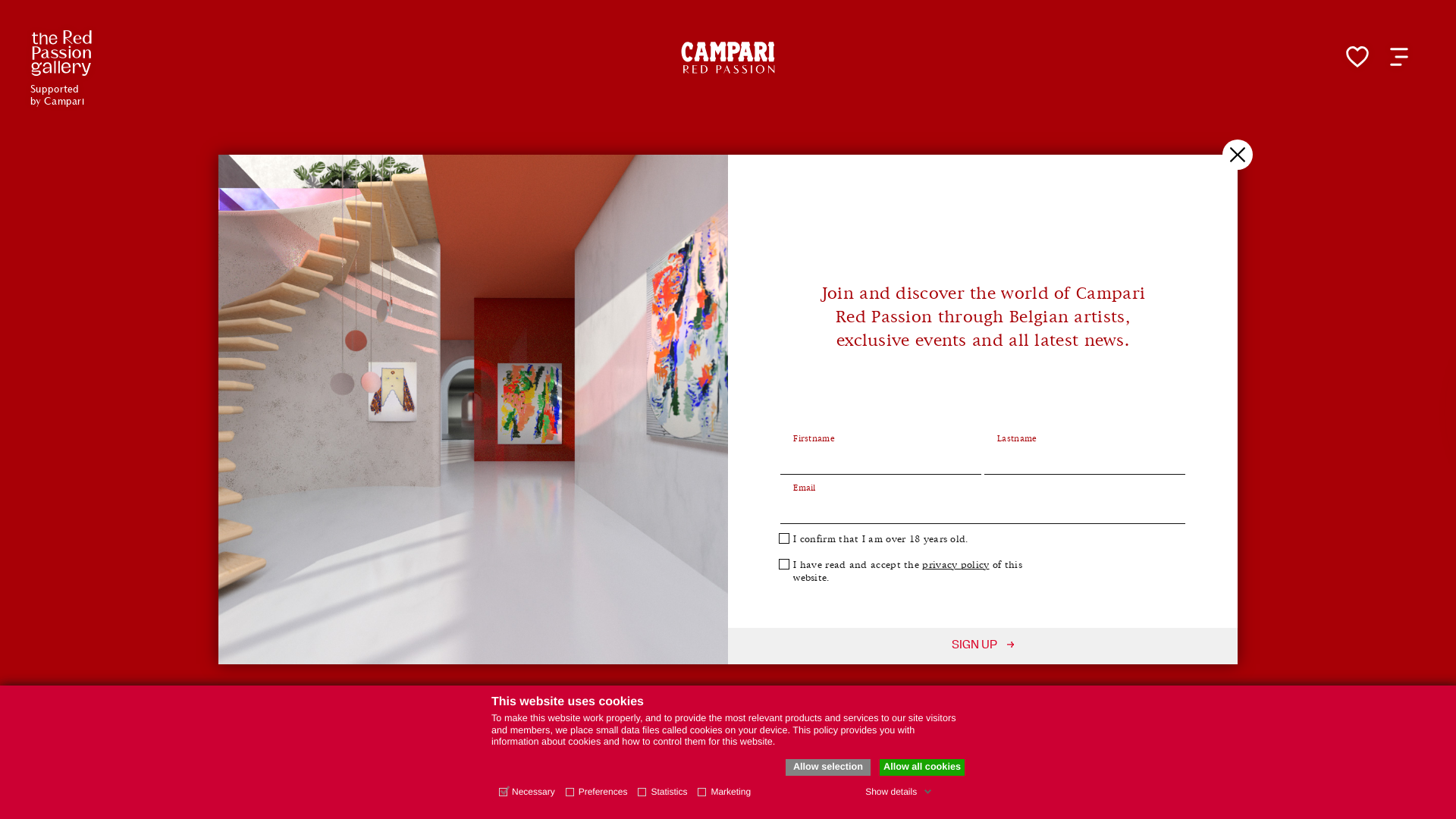 The image size is (1456, 819). What do you see at coordinates (61, 52) in the screenshot?
I see `'Supported by Campari'` at bounding box center [61, 52].